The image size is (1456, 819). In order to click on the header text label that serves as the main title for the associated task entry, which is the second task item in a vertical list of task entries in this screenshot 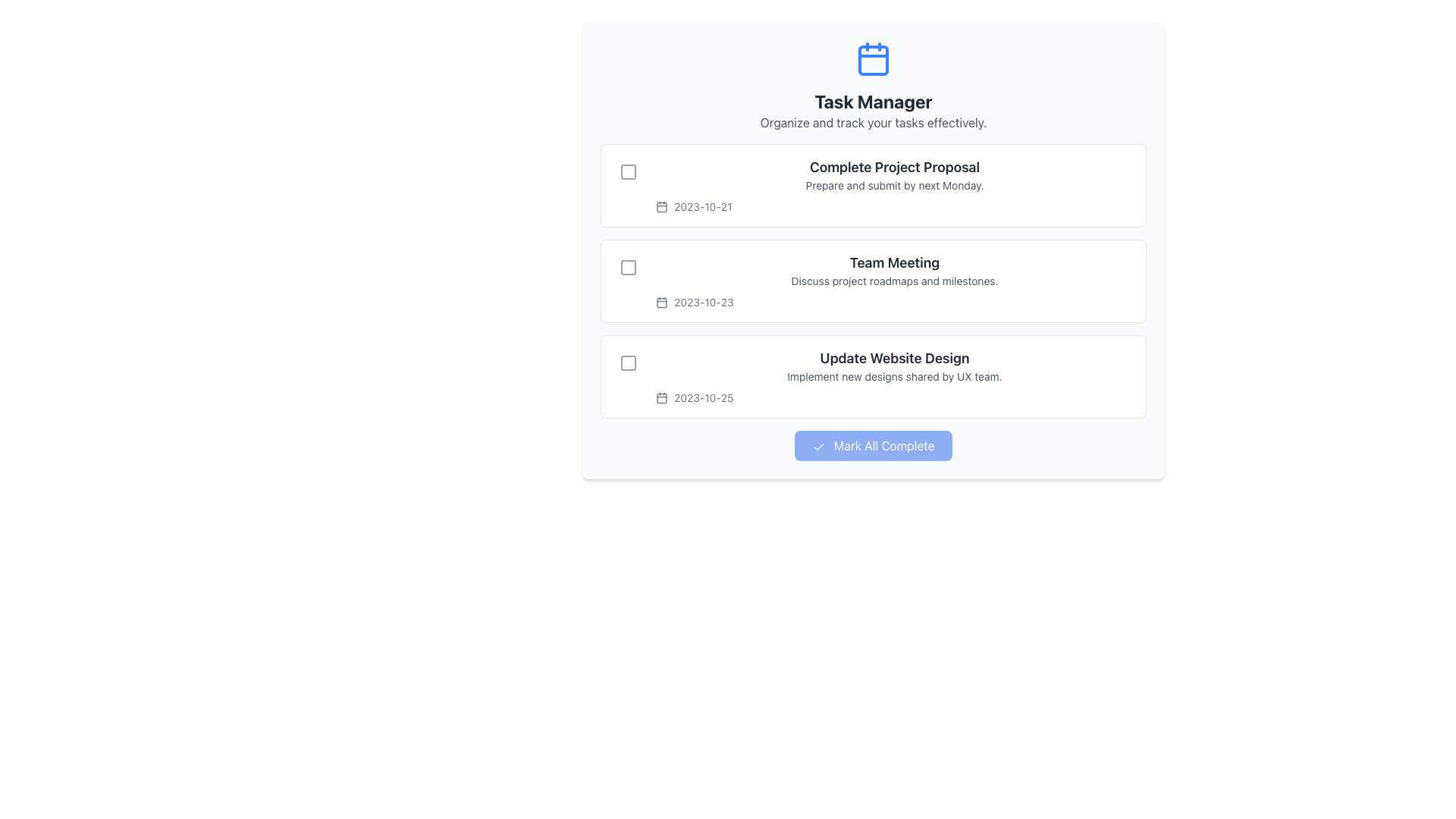, I will do `click(895, 262)`.